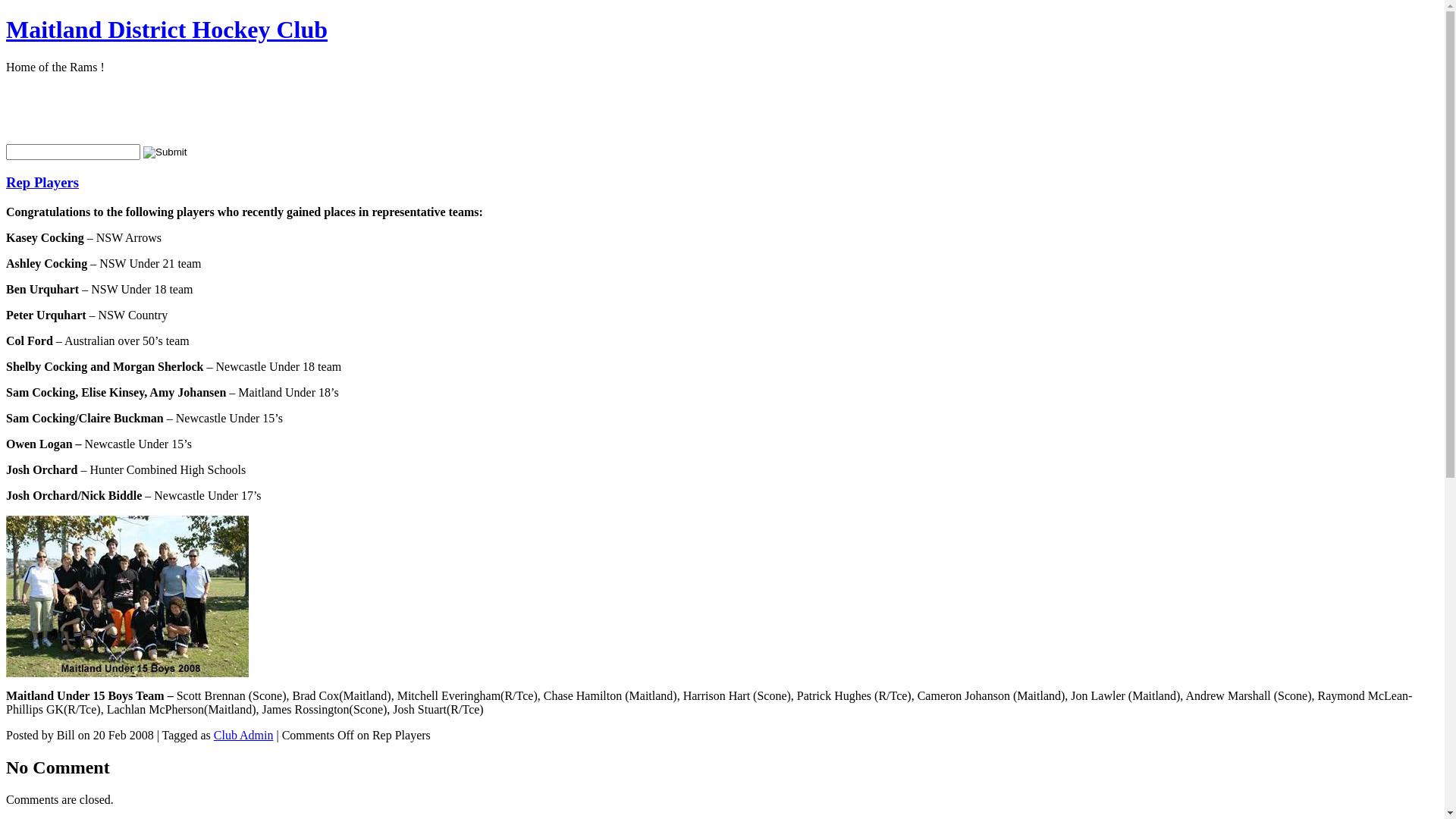 The width and height of the screenshot is (1456, 819). What do you see at coordinates (167, 29) in the screenshot?
I see `'Maitland District Hockey Club'` at bounding box center [167, 29].